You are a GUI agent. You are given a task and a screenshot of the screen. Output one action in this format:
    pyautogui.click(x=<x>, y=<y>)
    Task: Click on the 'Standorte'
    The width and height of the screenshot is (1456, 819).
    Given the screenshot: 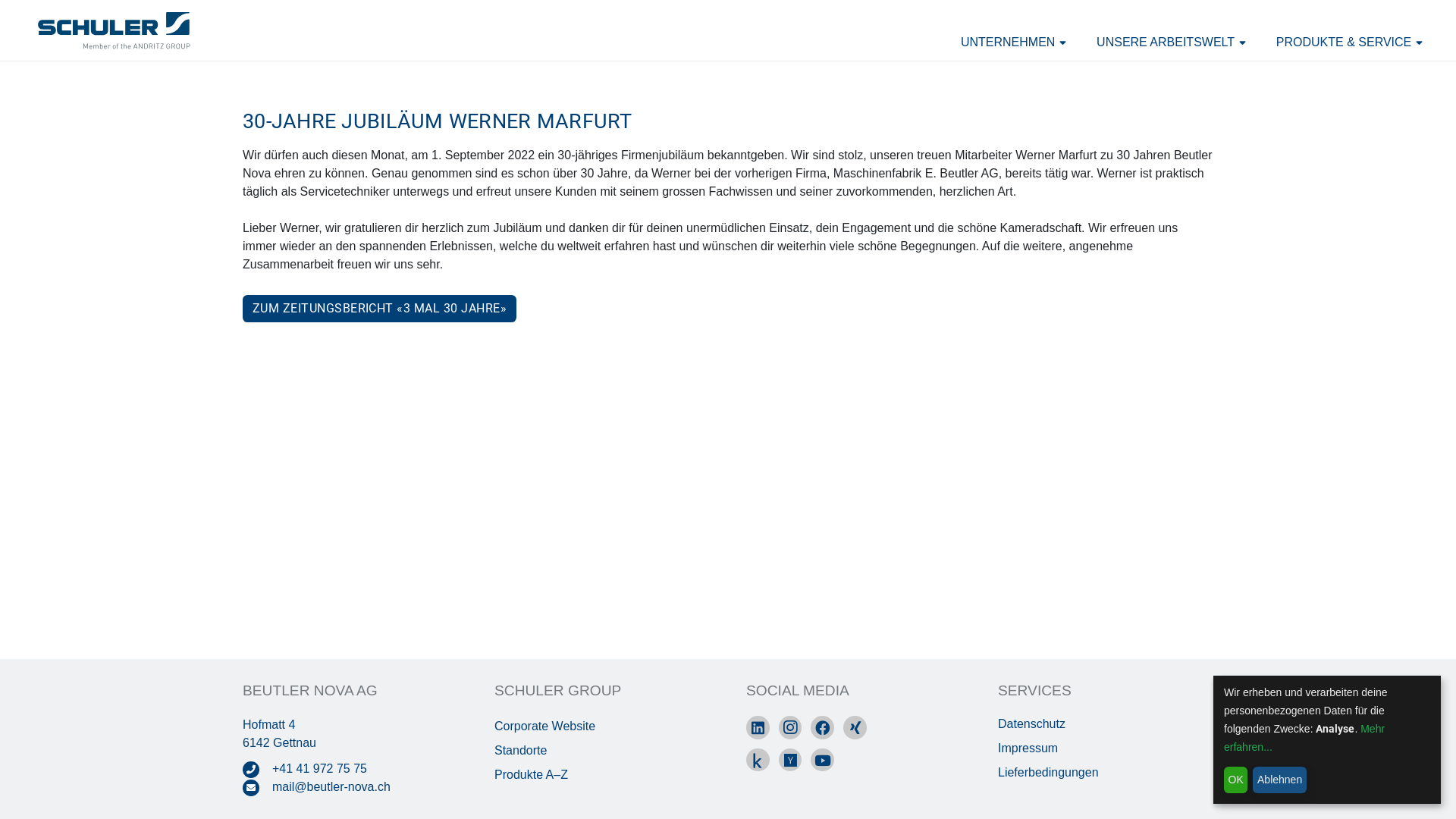 What is the action you would take?
    pyautogui.click(x=520, y=749)
    